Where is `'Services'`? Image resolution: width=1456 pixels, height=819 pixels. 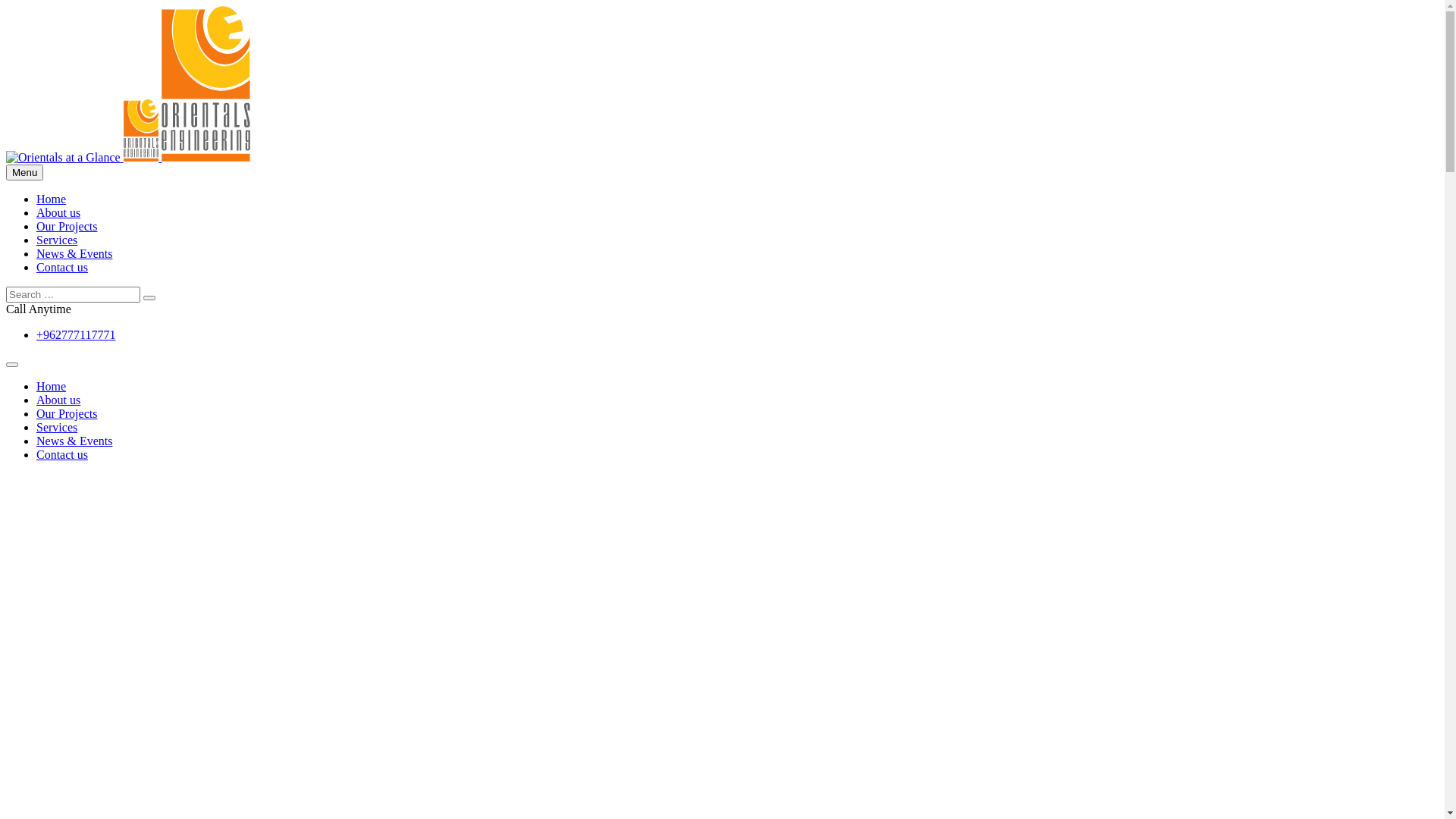 'Services' is located at coordinates (57, 239).